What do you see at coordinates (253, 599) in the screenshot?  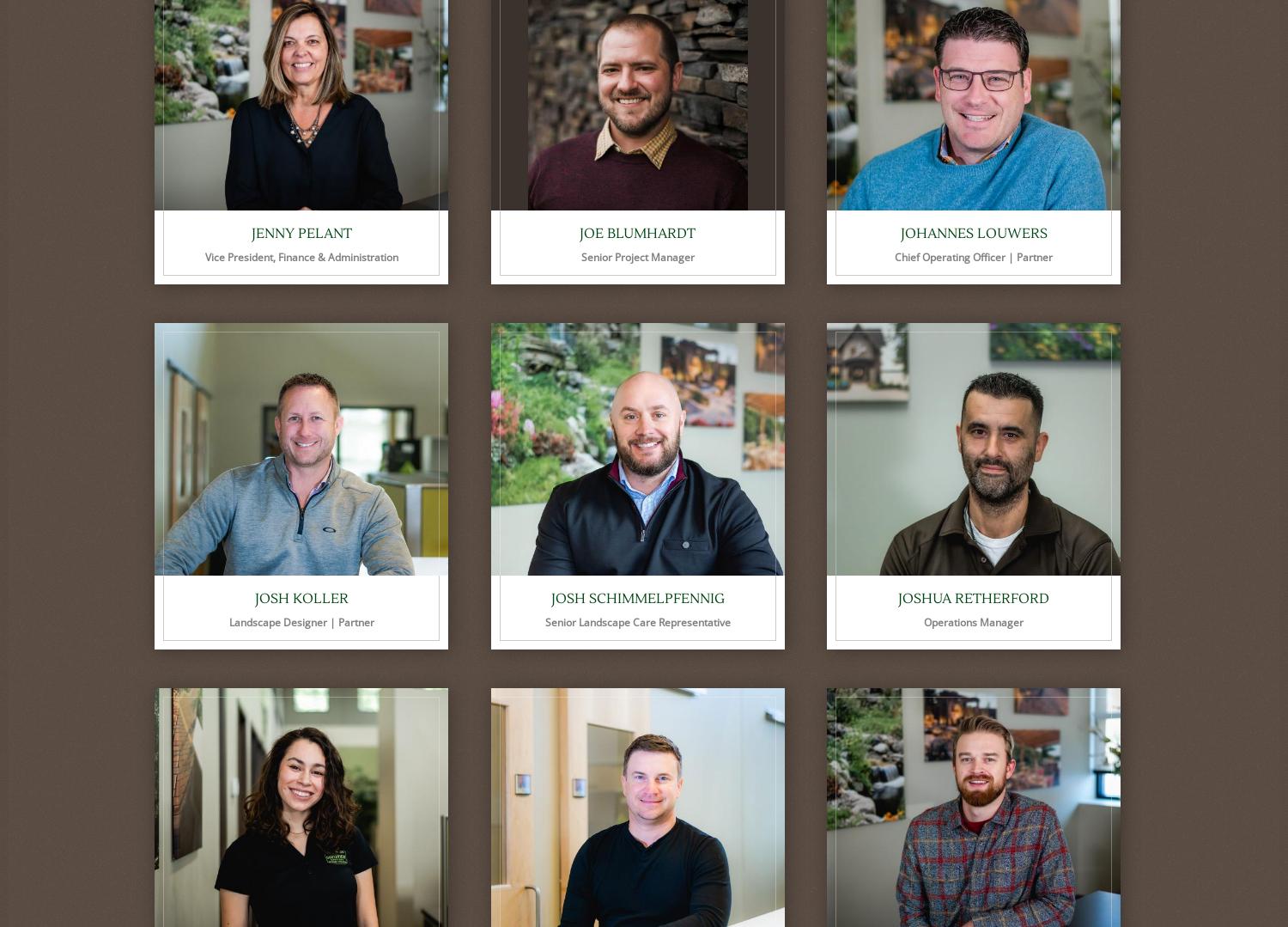 I see `'Josh Koller'` at bounding box center [253, 599].